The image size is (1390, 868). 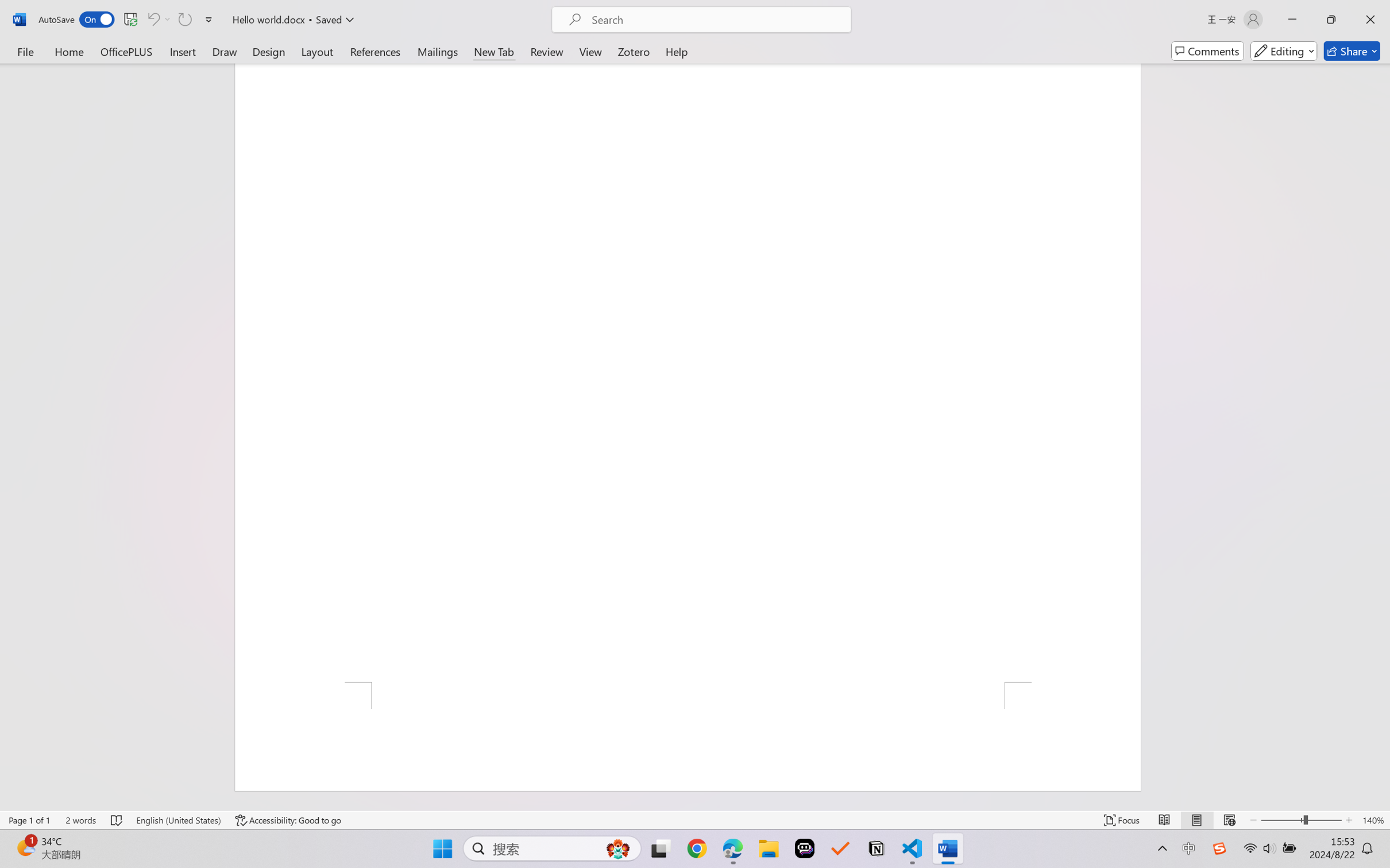 I want to click on 'Zoom', so click(x=1302, y=820).